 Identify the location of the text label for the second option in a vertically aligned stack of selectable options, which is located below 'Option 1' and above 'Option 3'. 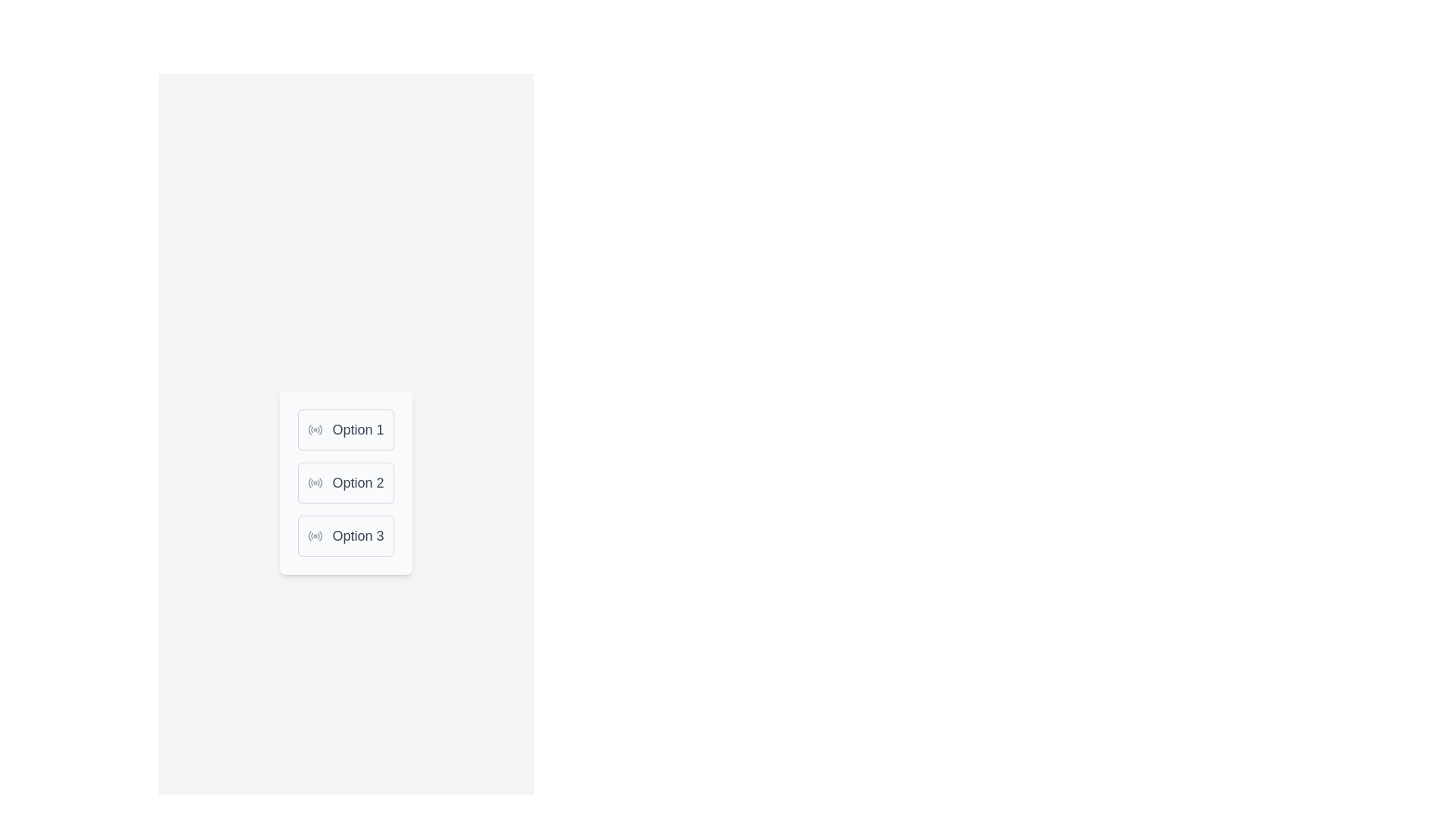
(357, 482).